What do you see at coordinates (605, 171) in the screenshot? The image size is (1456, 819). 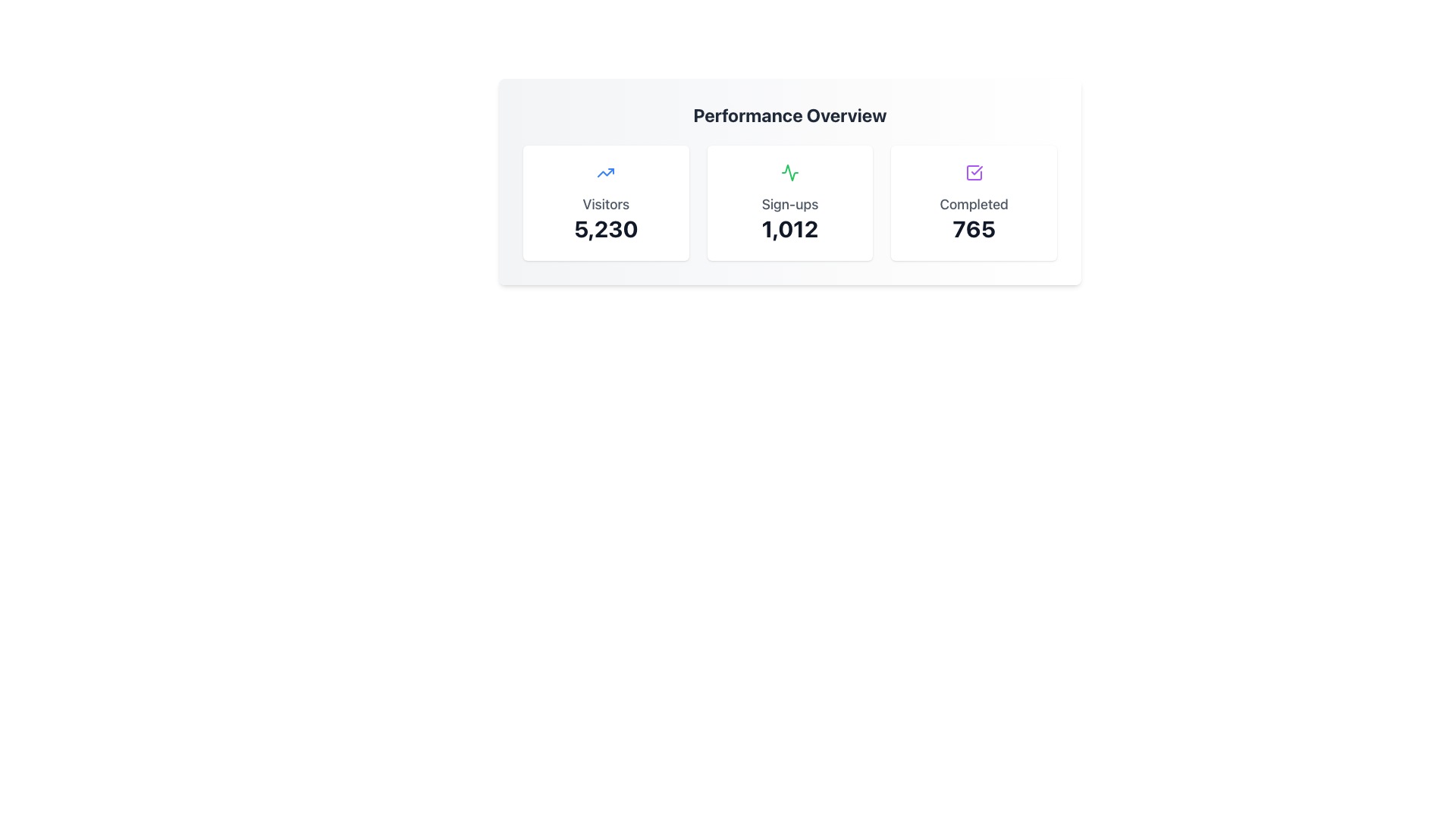 I see `the upward trending blue icon located at the top of the card containing 'Visitors' and the value '5,230'` at bounding box center [605, 171].